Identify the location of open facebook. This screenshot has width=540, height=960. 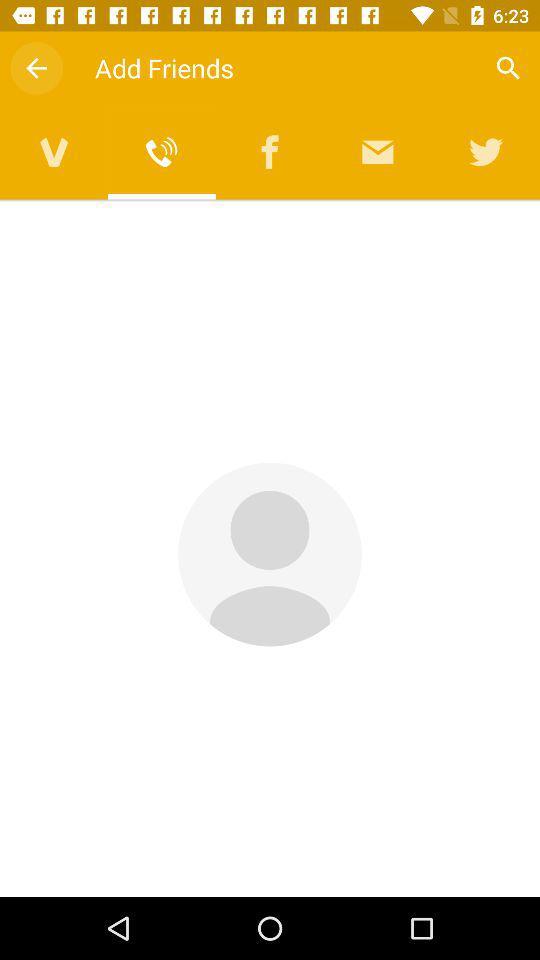
(270, 151).